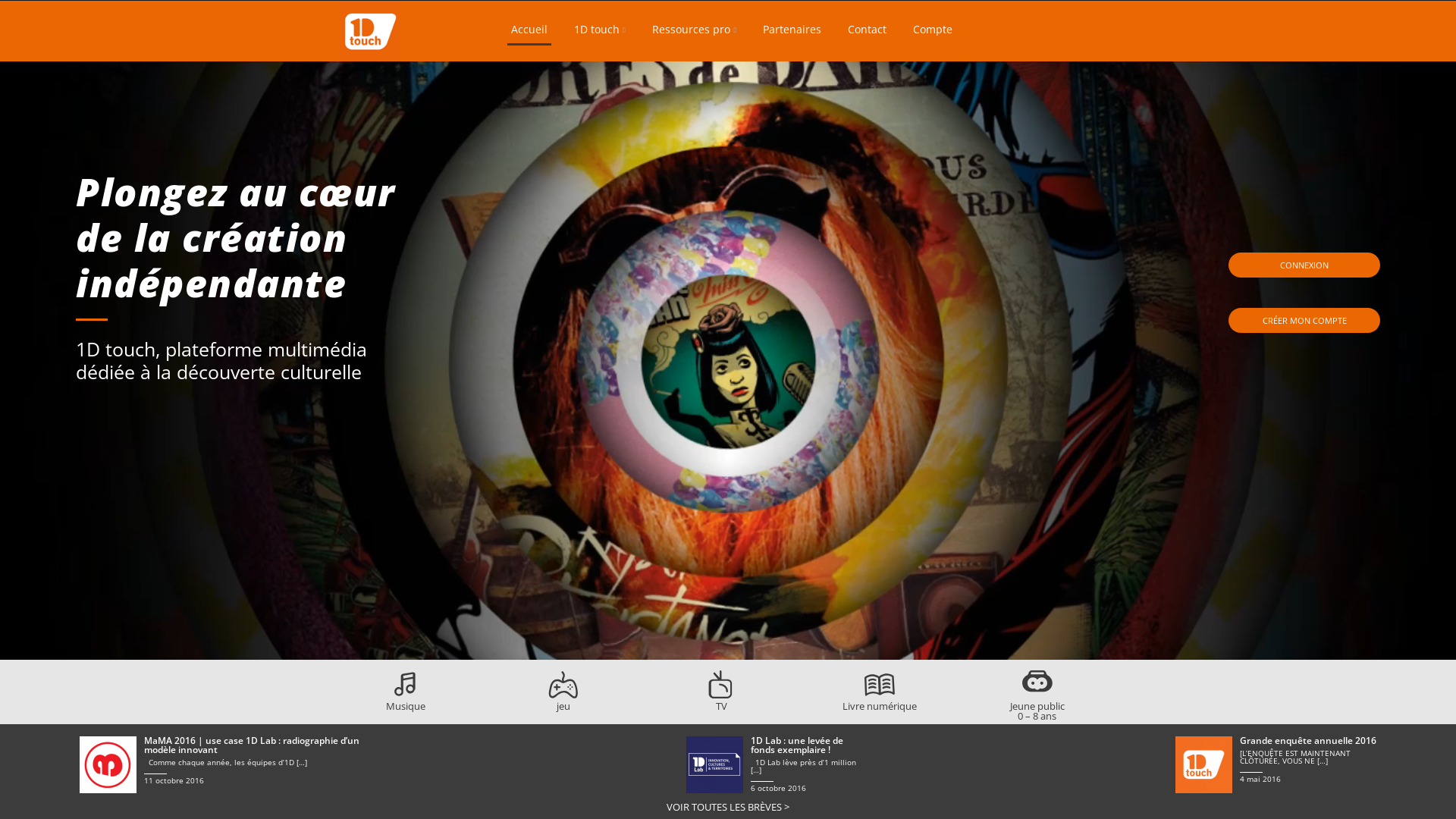  I want to click on 'Musique', so click(405, 701).